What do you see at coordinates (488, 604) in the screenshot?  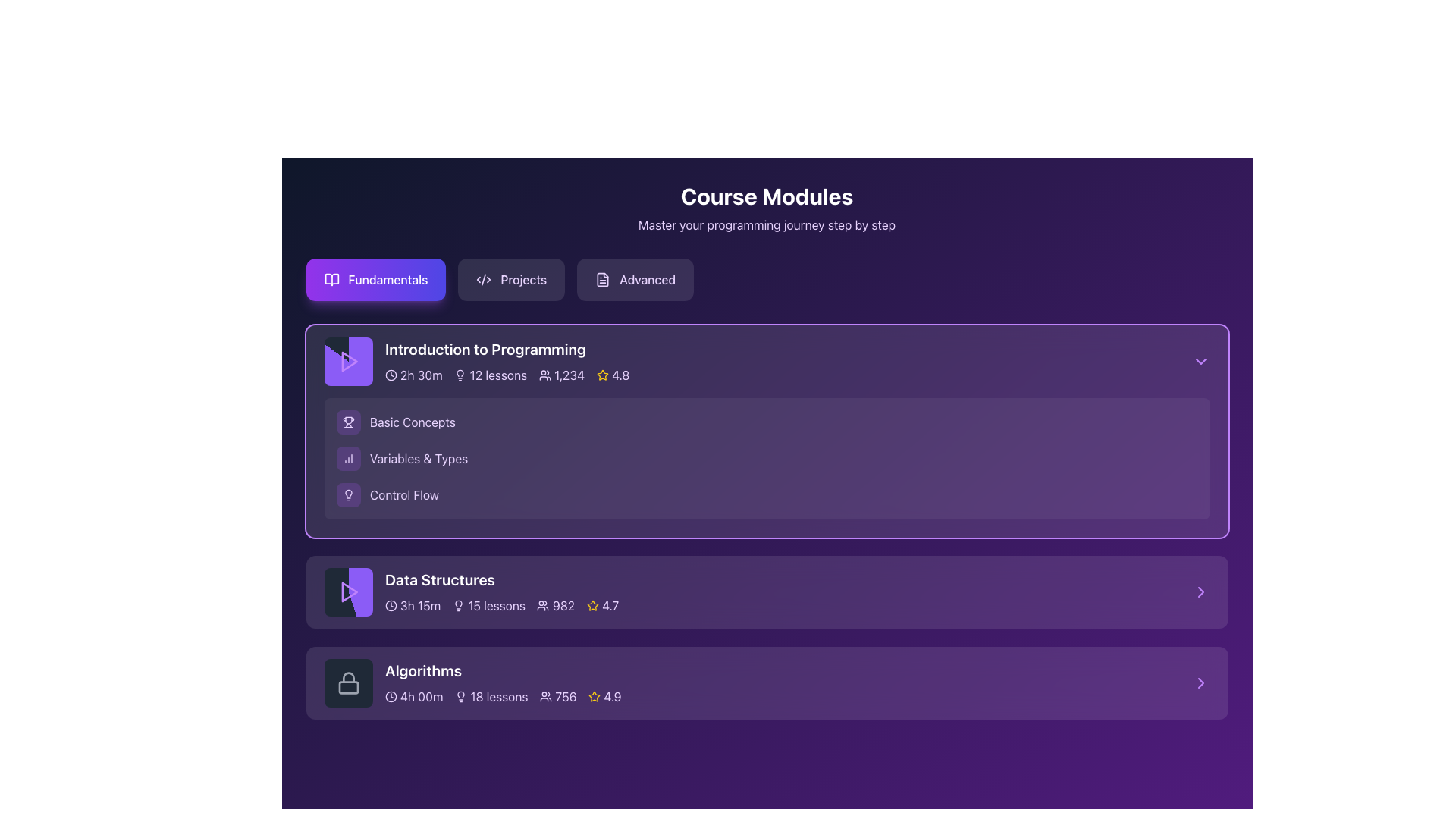 I see `the text label displaying the number of lessons in the 'Data Structures' module, which is located between the duration label and the participants count in the metadata row` at bounding box center [488, 604].